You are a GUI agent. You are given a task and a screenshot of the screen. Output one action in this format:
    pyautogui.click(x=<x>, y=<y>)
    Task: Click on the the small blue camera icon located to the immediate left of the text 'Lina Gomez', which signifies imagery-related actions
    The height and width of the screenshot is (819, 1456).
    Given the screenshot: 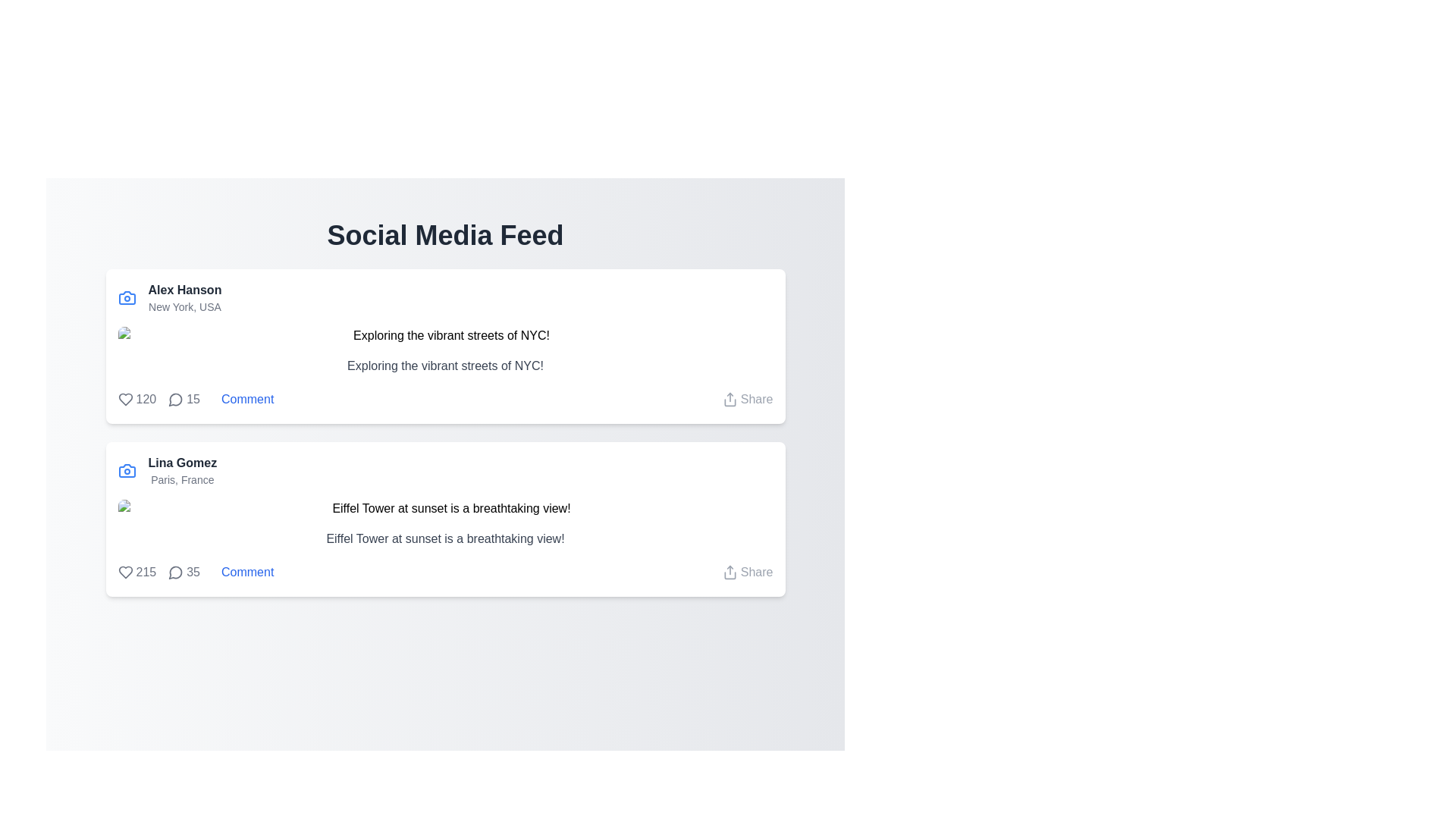 What is the action you would take?
    pyautogui.click(x=127, y=470)
    